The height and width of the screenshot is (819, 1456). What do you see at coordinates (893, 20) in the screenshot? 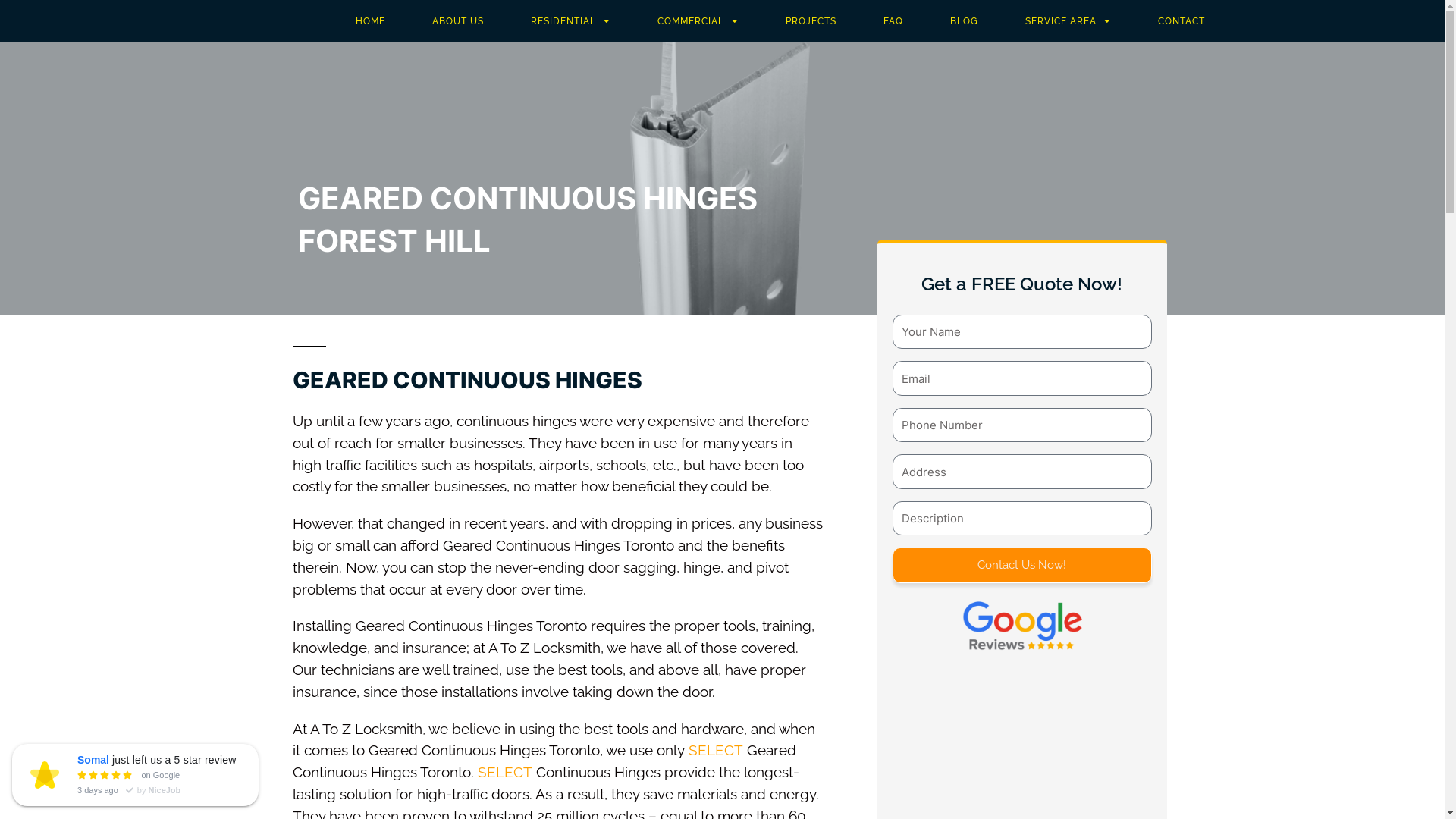
I see `'FAQ'` at bounding box center [893, 20].